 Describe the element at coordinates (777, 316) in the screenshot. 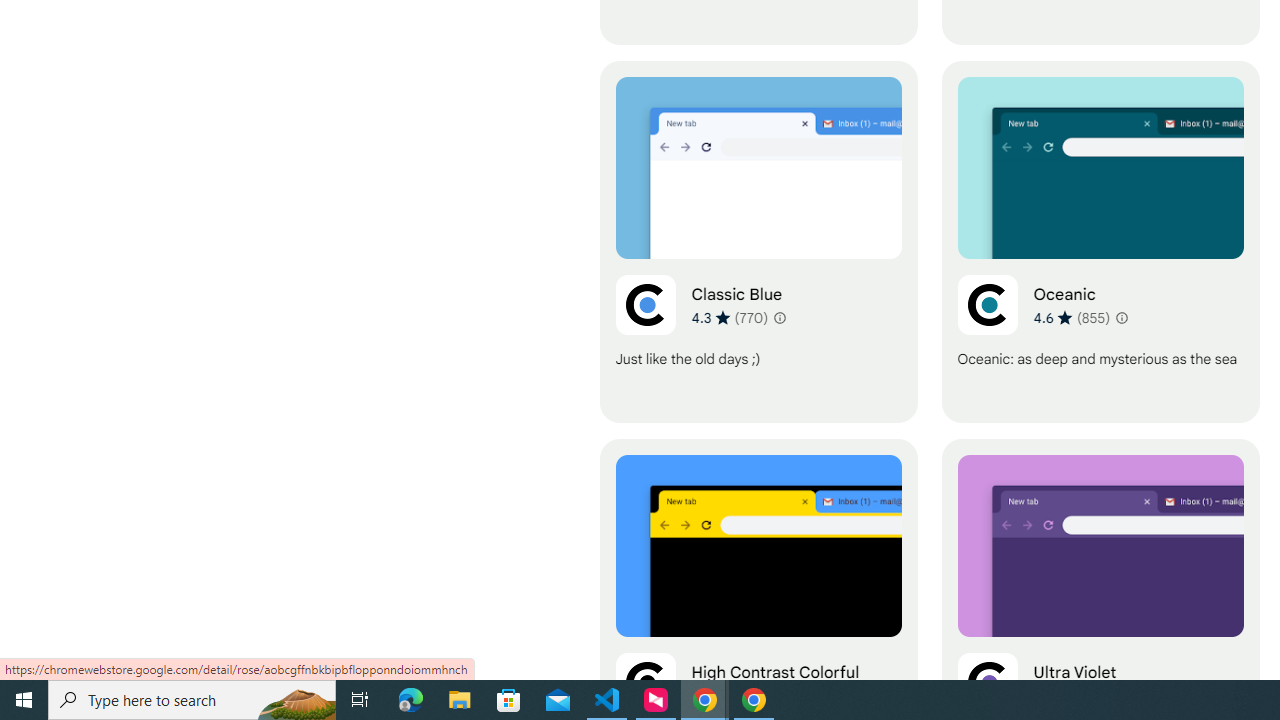

I see `'Learn more about results and reviews "Classic Blue"'` at that location.